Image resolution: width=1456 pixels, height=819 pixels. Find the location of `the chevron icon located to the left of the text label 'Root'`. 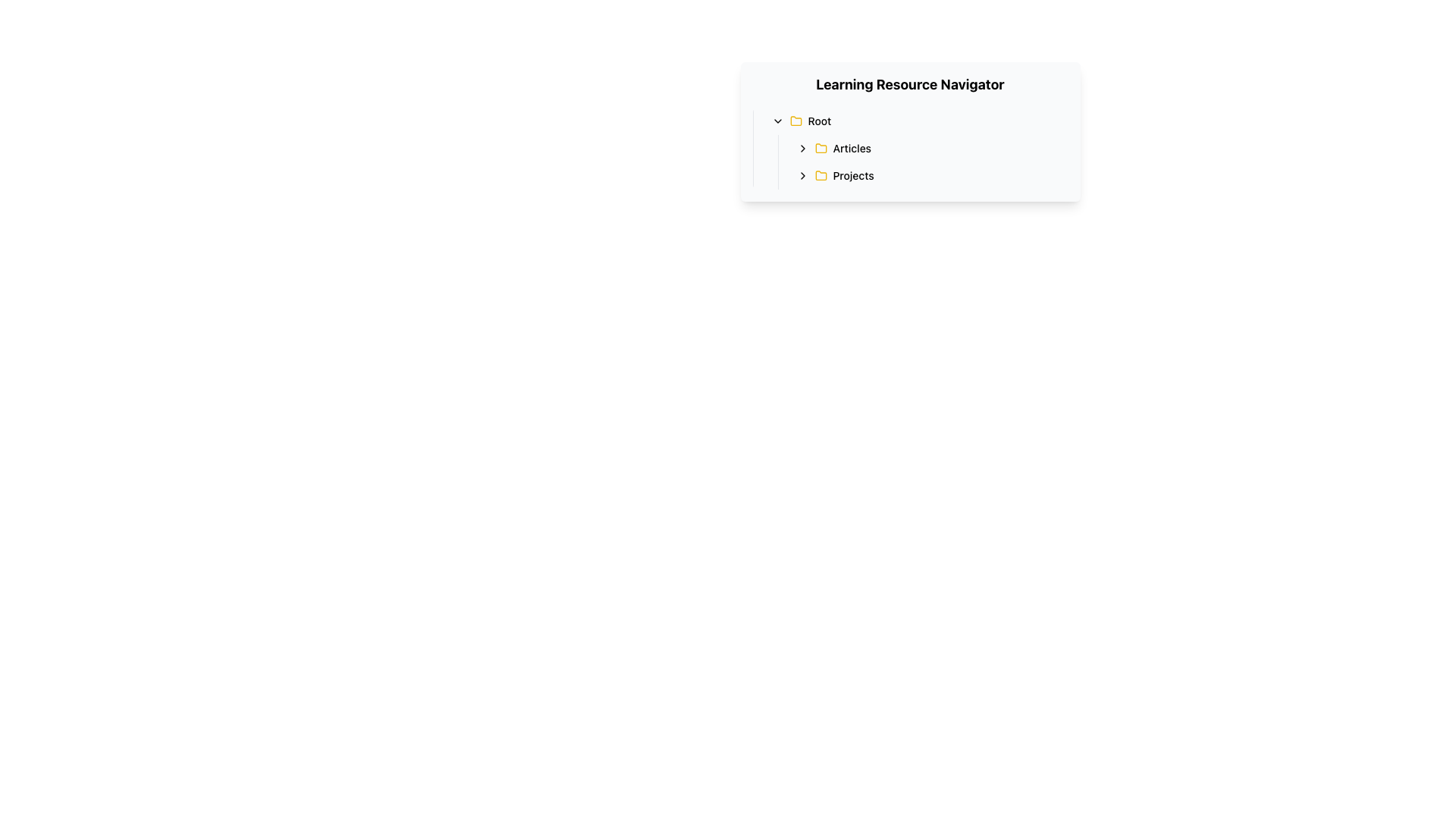

the chevron icon located to the left of the text label 'Root' is located at coordinates (777, 120).